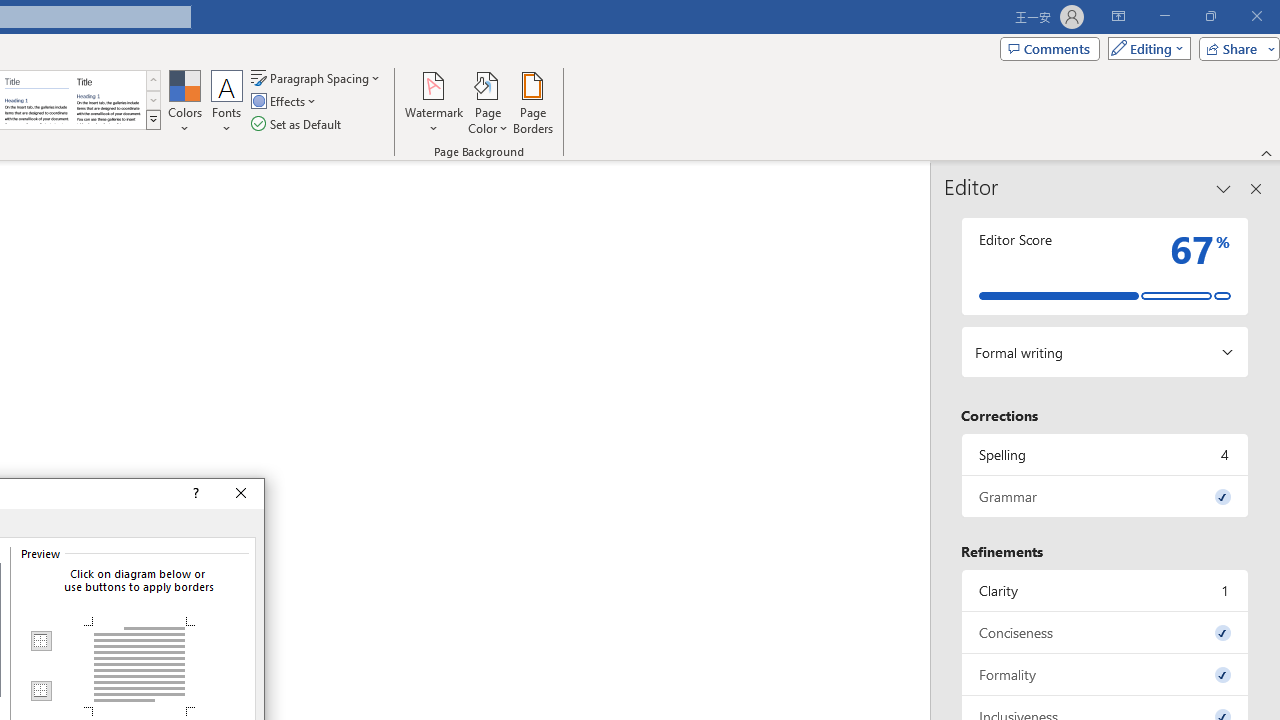 This screenshot has height=720, width=1280. Describe the element at coordinates (194, 493) in the screenshot. I see `'Context help'` at that location.